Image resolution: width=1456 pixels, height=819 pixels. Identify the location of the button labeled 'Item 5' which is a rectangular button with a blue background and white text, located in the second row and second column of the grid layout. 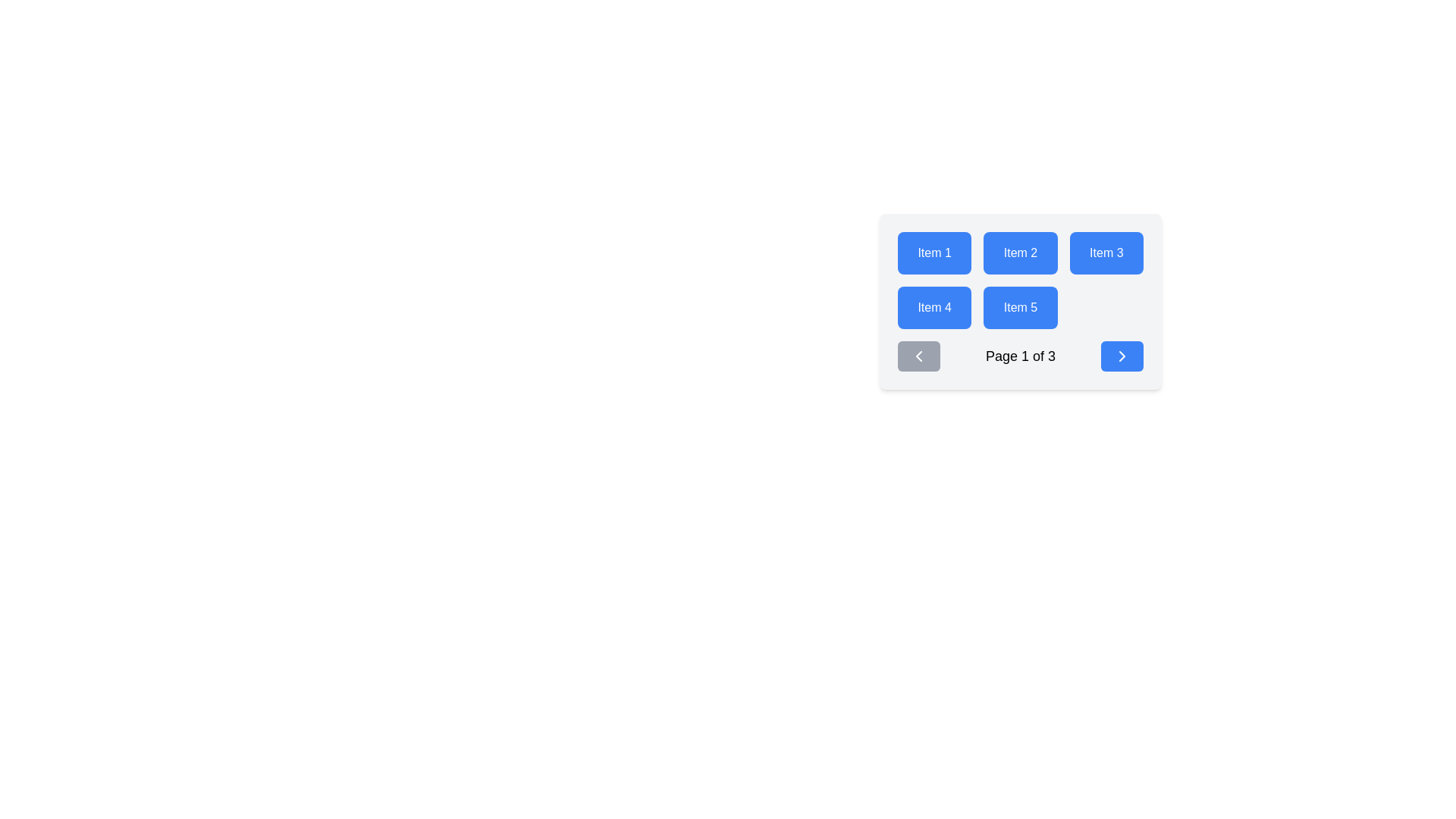
(1020, 307).